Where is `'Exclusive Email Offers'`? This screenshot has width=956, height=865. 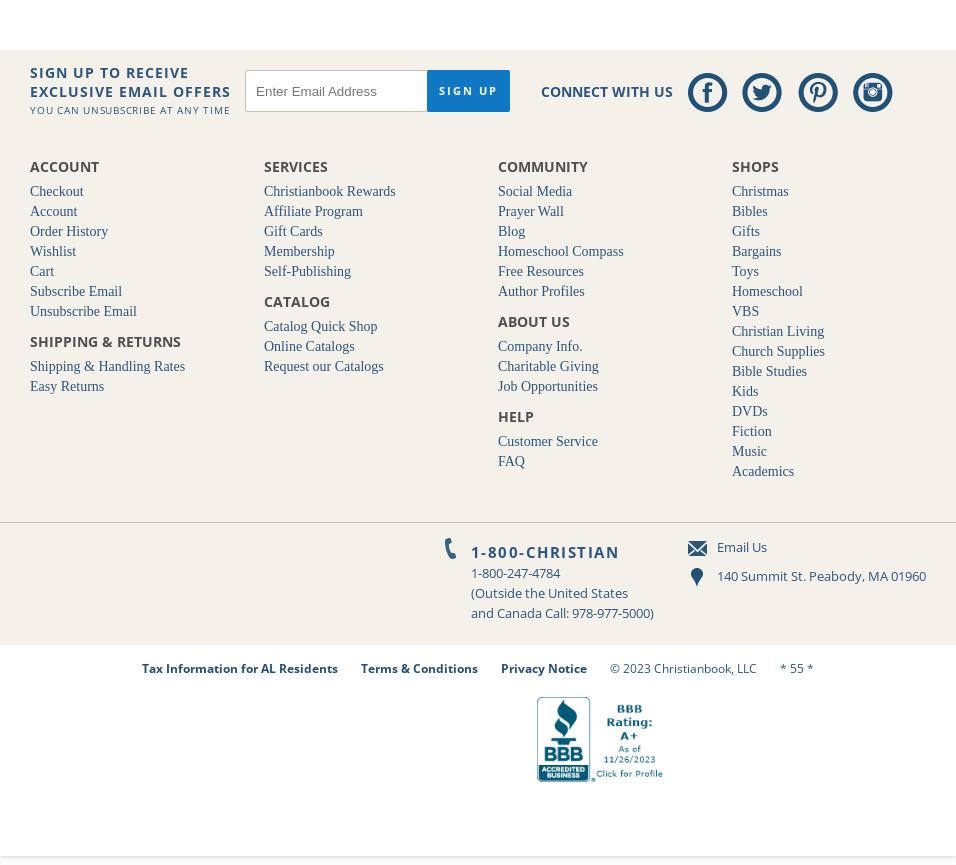
'Exclusive Email Offers' is located at coordinates (130, 91).